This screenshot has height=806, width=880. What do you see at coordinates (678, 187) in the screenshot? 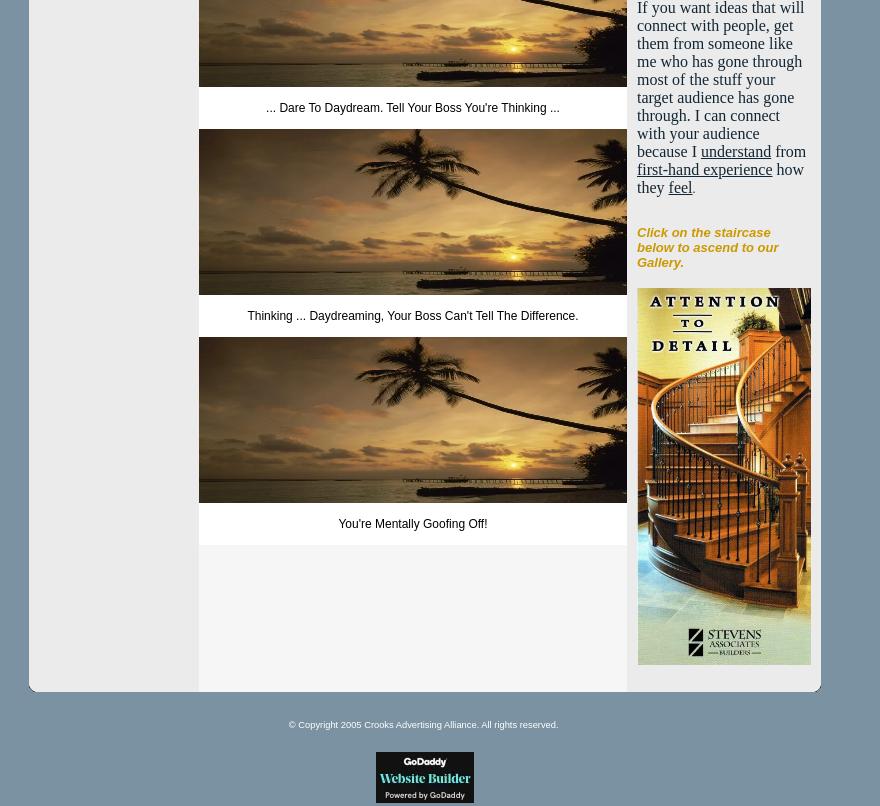
I see `'feel'` at bounding box center [678, 187].